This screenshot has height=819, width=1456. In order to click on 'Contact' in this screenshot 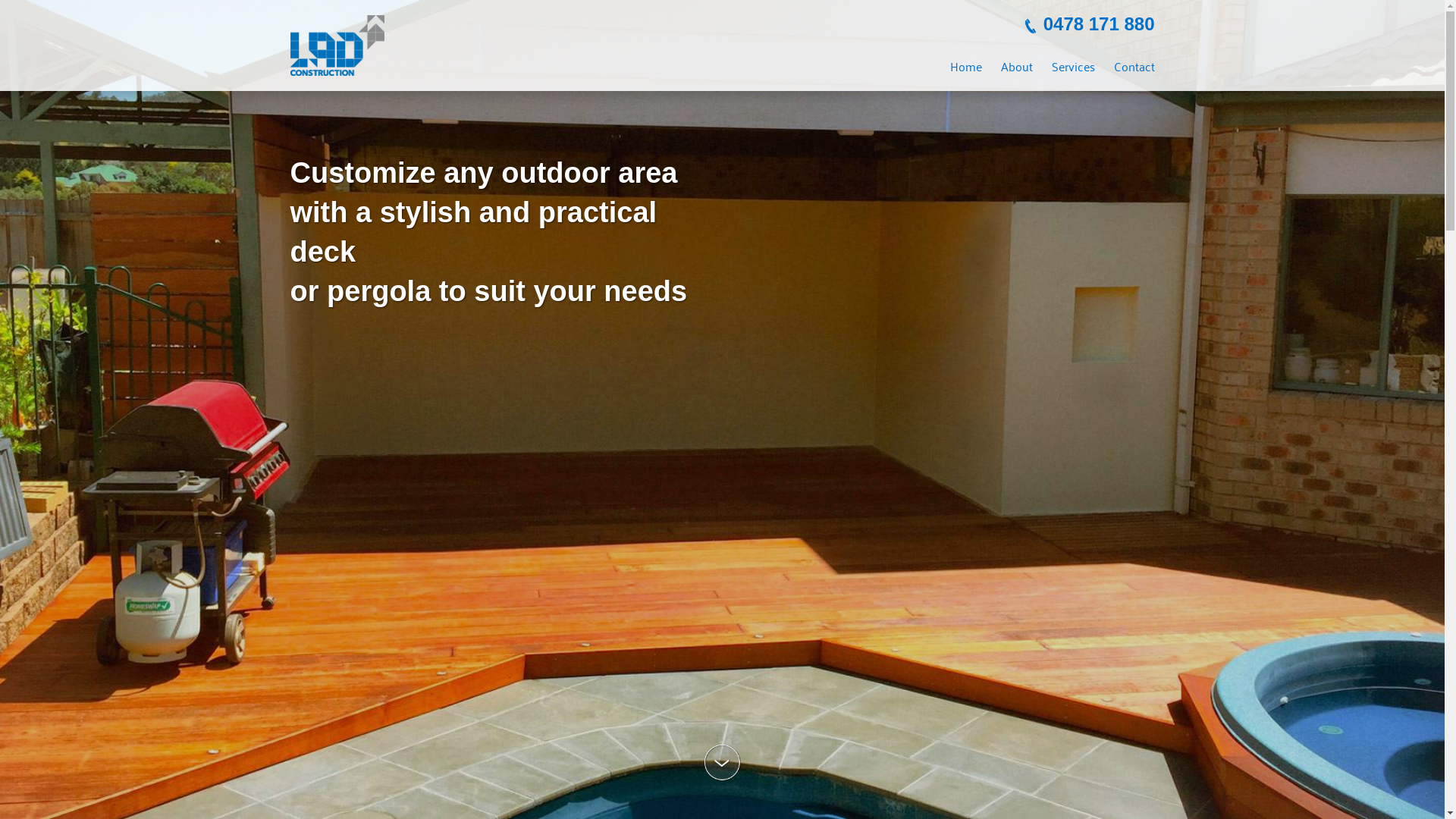, I will do `click(1133, 65)`.